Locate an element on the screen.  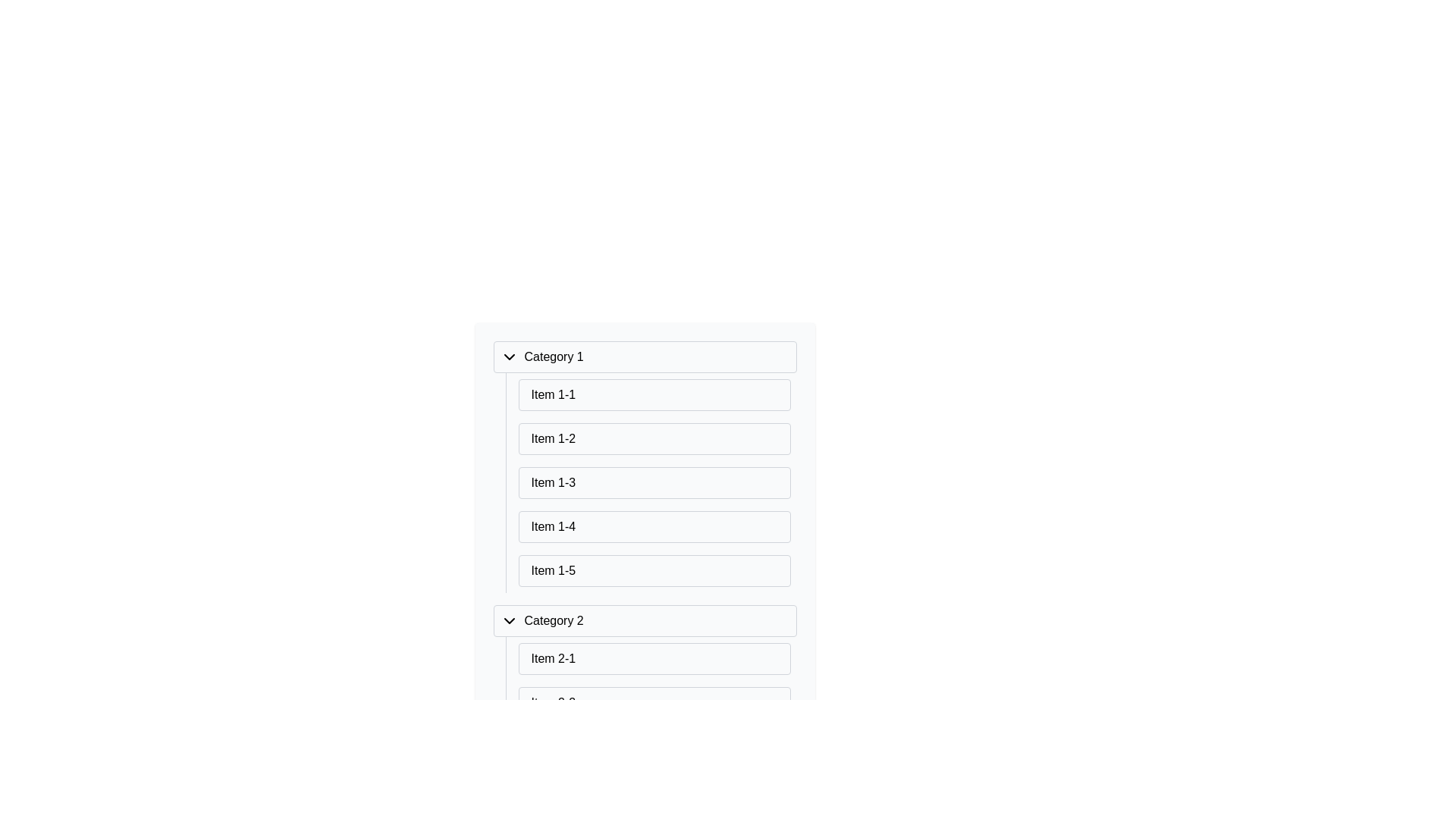
the fourth list item labeled 'Item 1-4', which is styled as a rounded rectangular box with a light gray border is located at coordinates (654, 526).